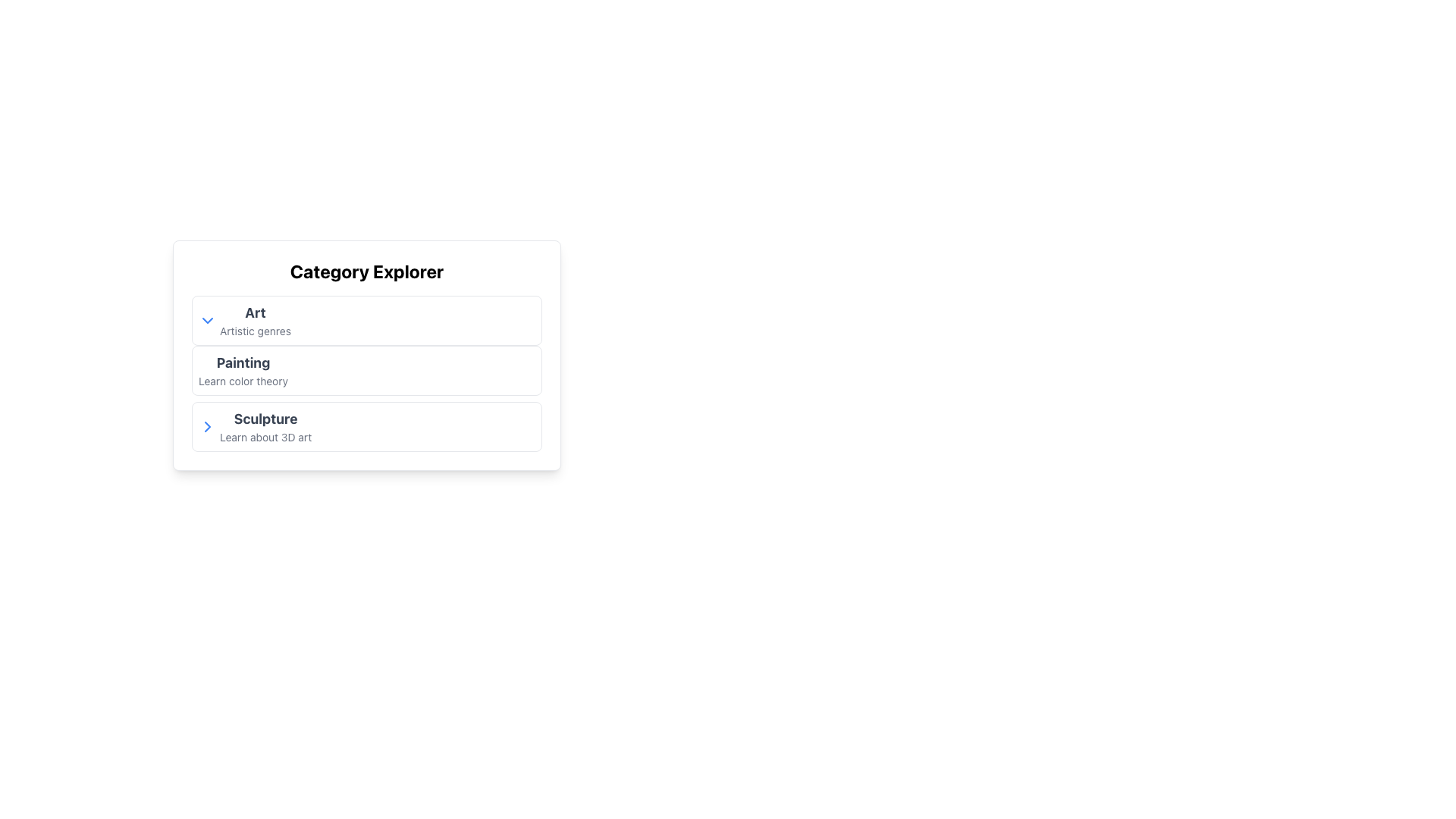 This screenshot has height=819, width=1456. Describe the element at coordinates (265, 427) in the screenshot. I see `title and description of the 'Sculpture' category label located in the 'Category Explorer' section, which is the third entry in the list` at that location.